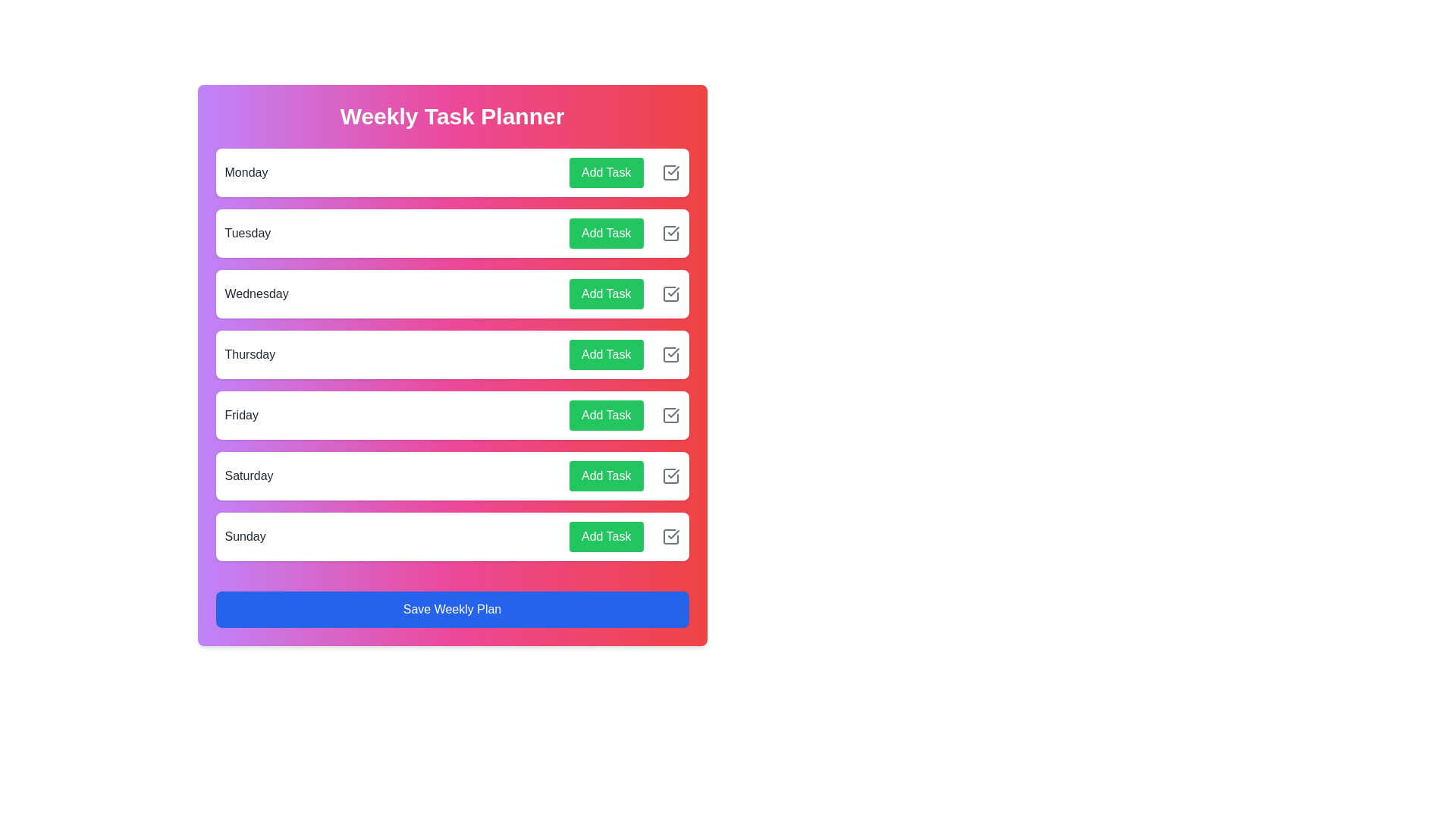  I want to click on the day name Thursday, so click(249, 354).